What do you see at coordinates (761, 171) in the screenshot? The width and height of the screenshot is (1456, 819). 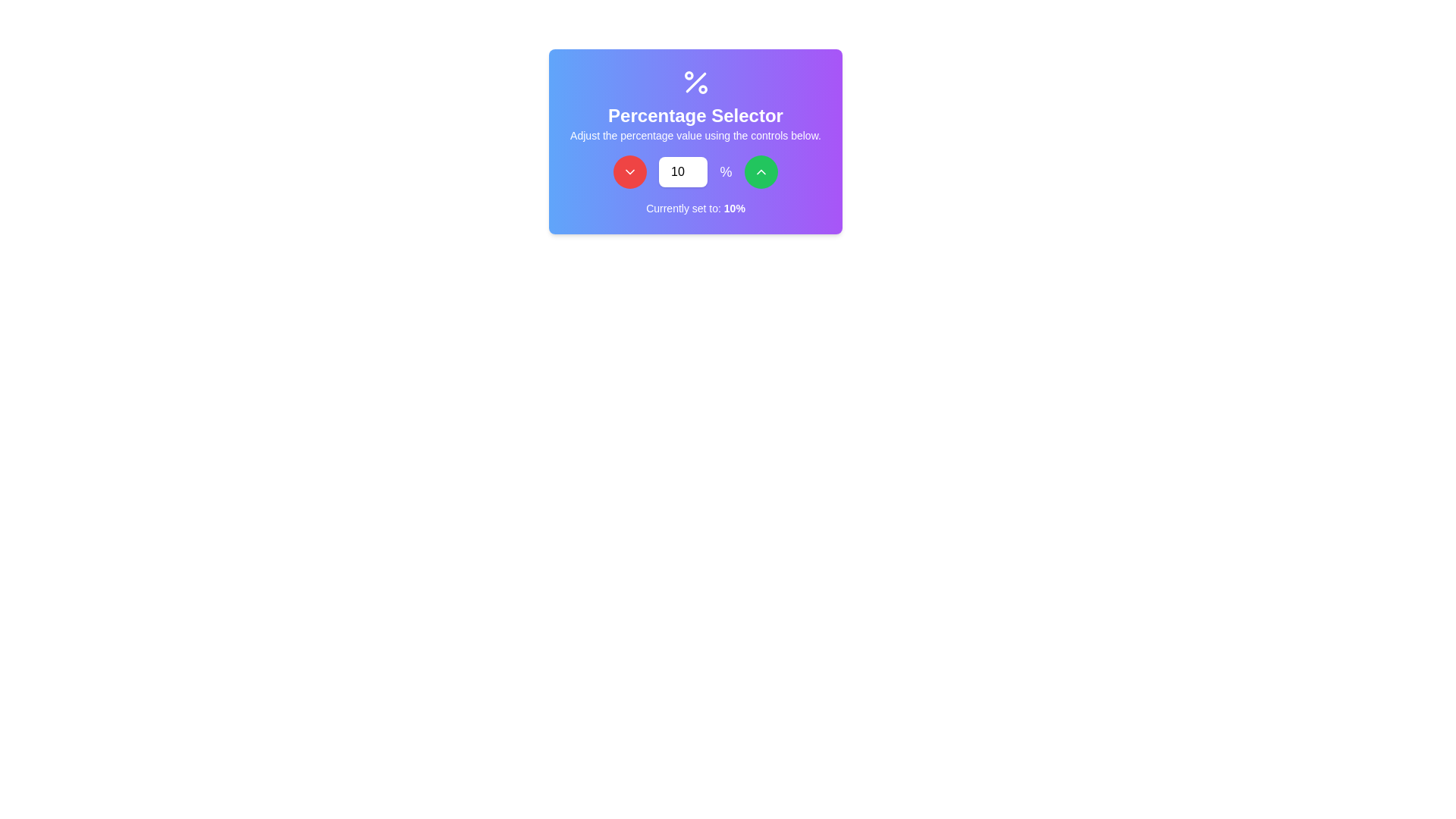 I see `the upward-pointing chevron icon within the green circular button located at the upper-right position of the 'Percentage Selector' interface card` at bounding box center [761, 171].